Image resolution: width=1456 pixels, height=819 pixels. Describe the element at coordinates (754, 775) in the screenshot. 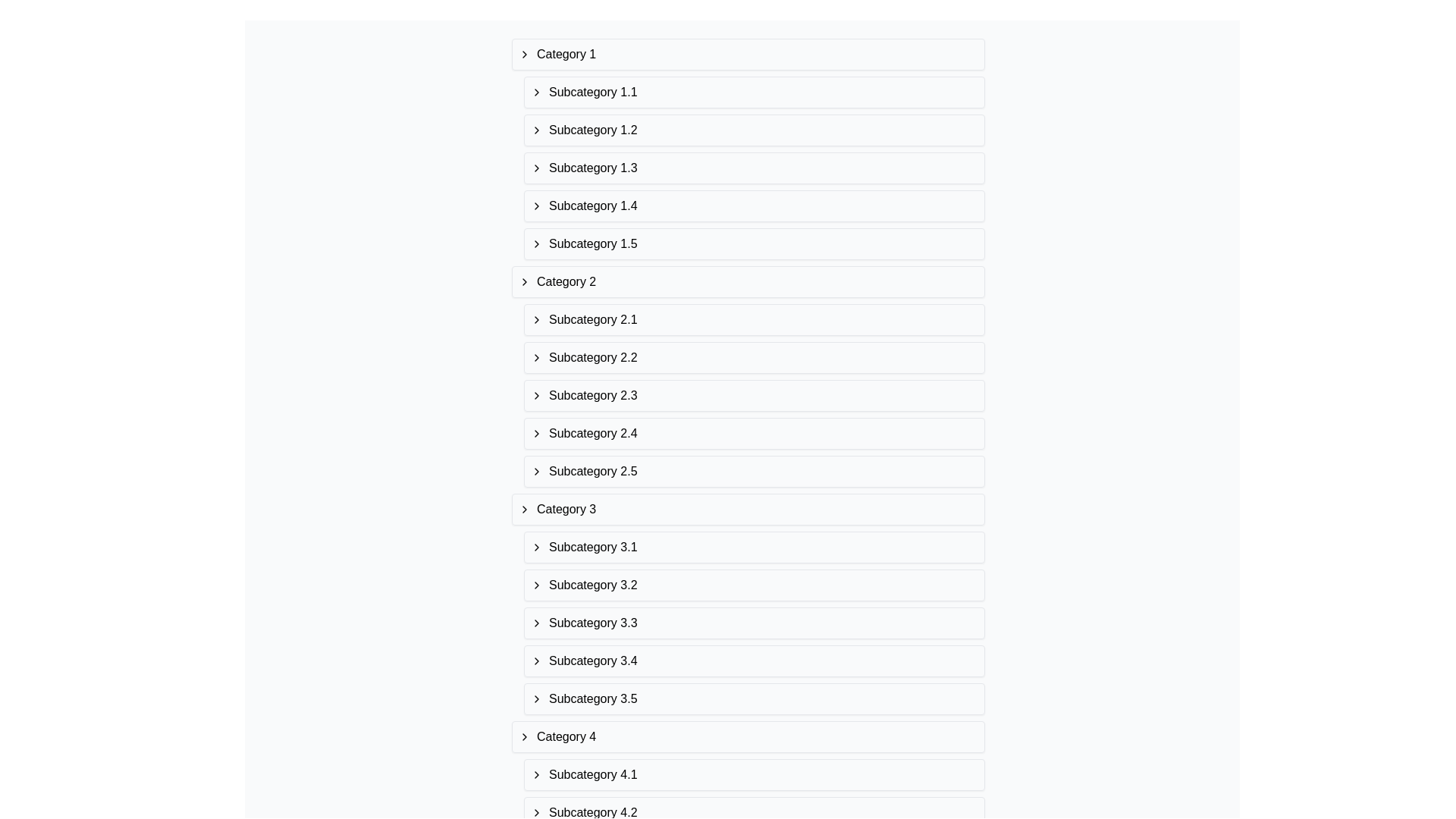

I see `the button labeled 'Subcategory 4.1' located in the submenu of 'Category 4'` at that location.